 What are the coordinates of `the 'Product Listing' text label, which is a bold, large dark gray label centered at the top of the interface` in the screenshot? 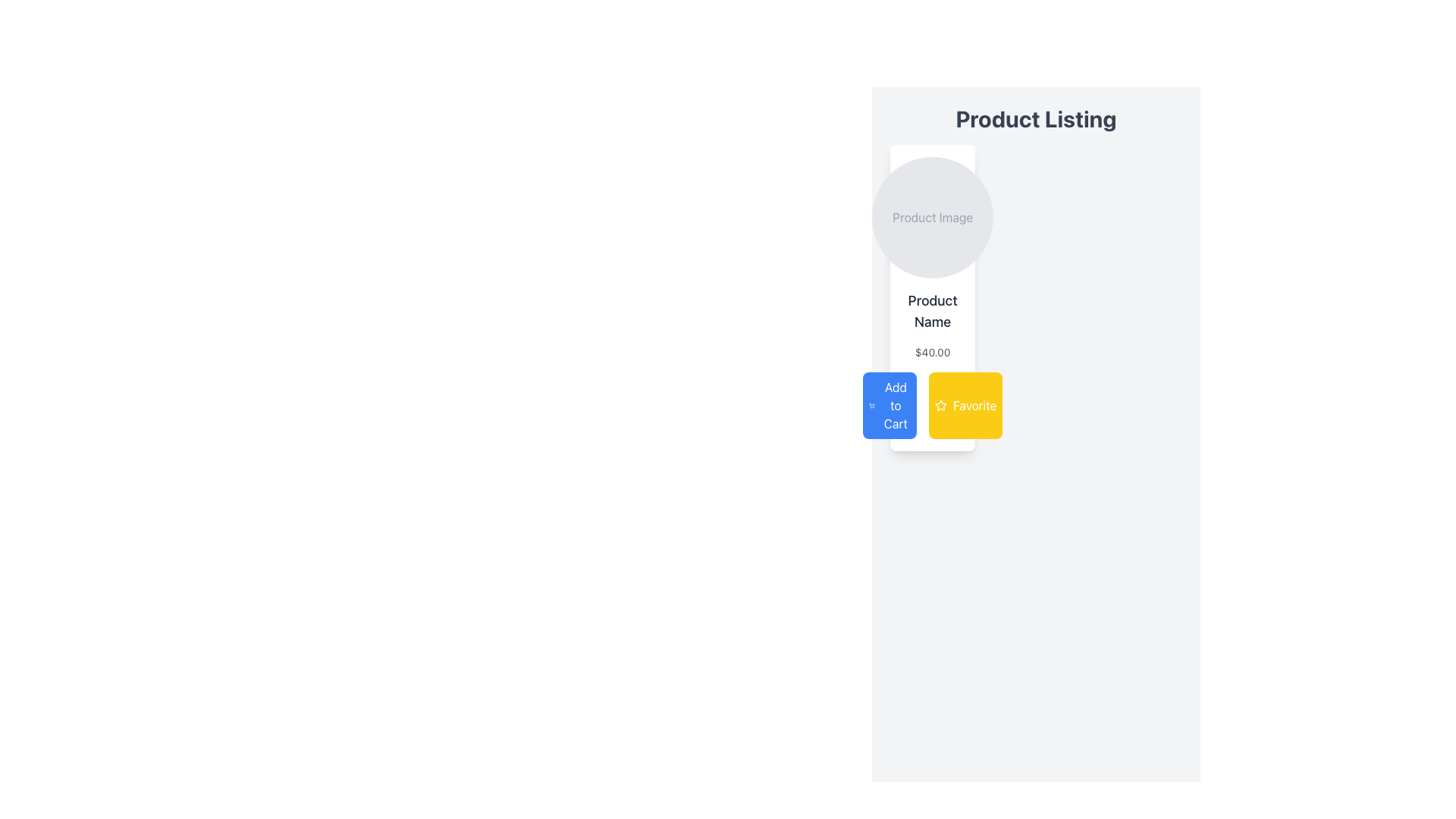 It's located at (1035, 118).